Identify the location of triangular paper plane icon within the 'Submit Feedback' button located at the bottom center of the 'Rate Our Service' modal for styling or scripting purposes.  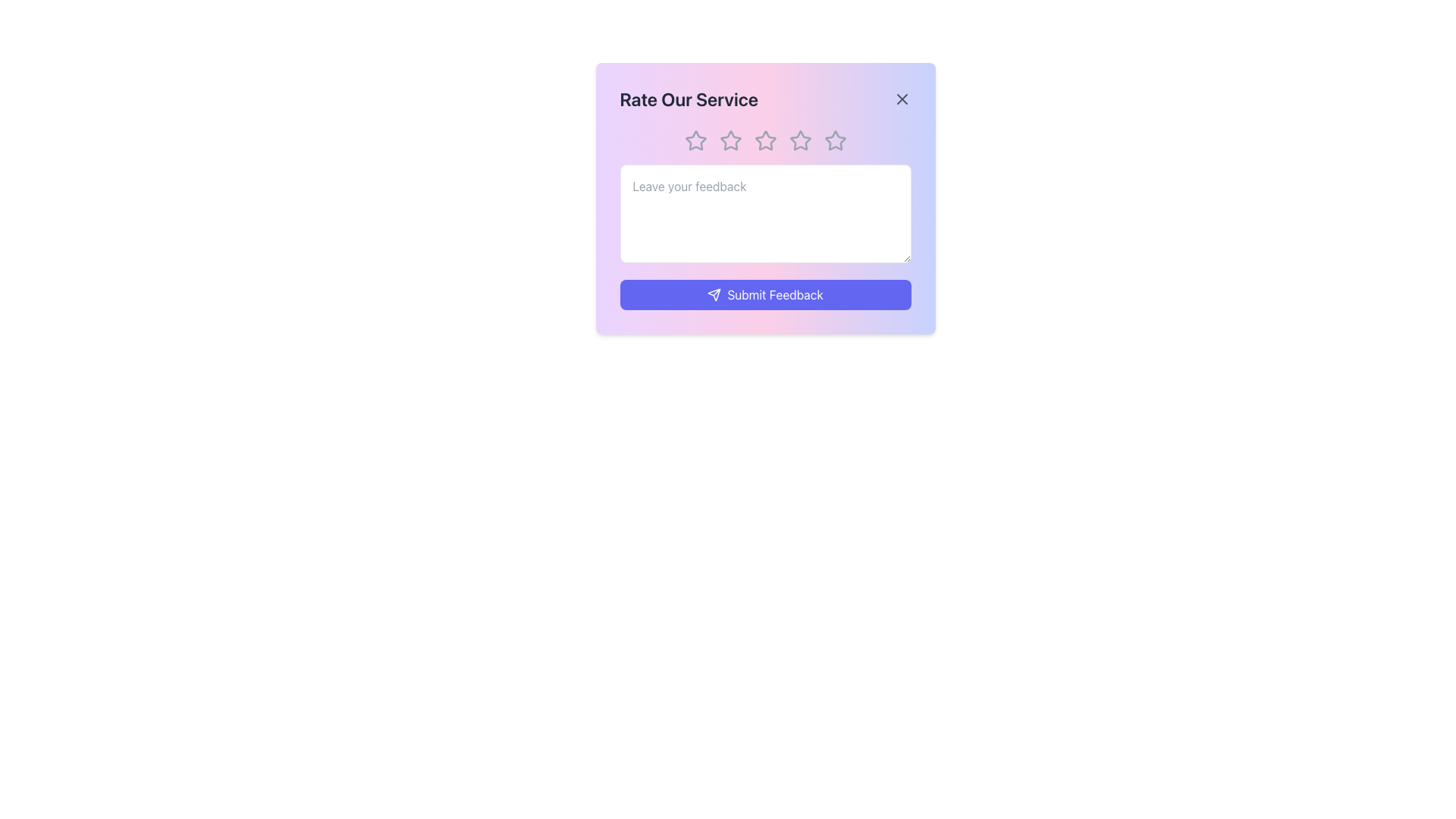
(714, 295).